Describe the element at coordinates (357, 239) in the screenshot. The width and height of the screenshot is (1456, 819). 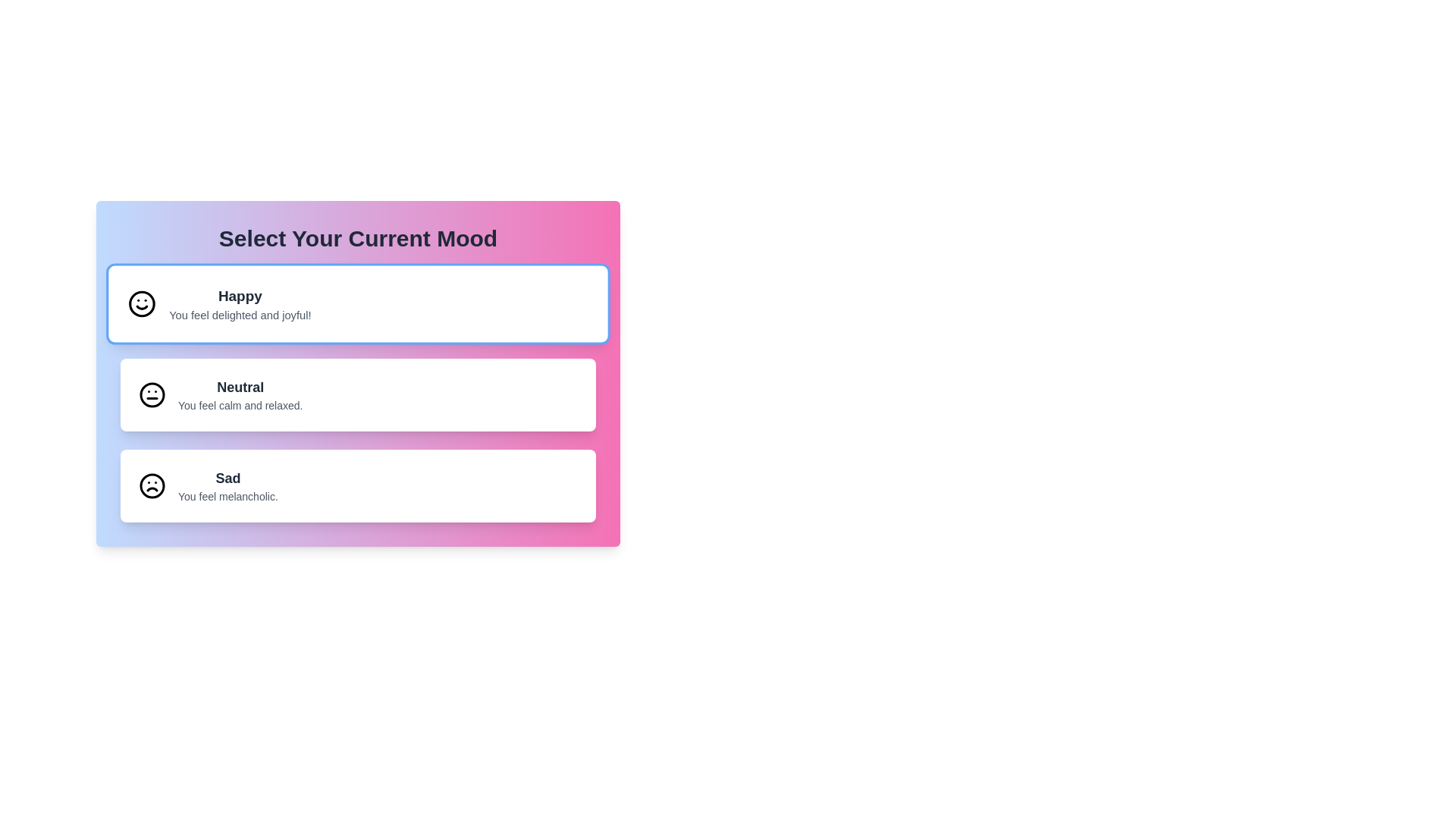
I see `text of the heading element that displays 'Select Your Current Mood', which is styled in bold and large typography in gray, located at the top of its section with a gradient background` at that location.